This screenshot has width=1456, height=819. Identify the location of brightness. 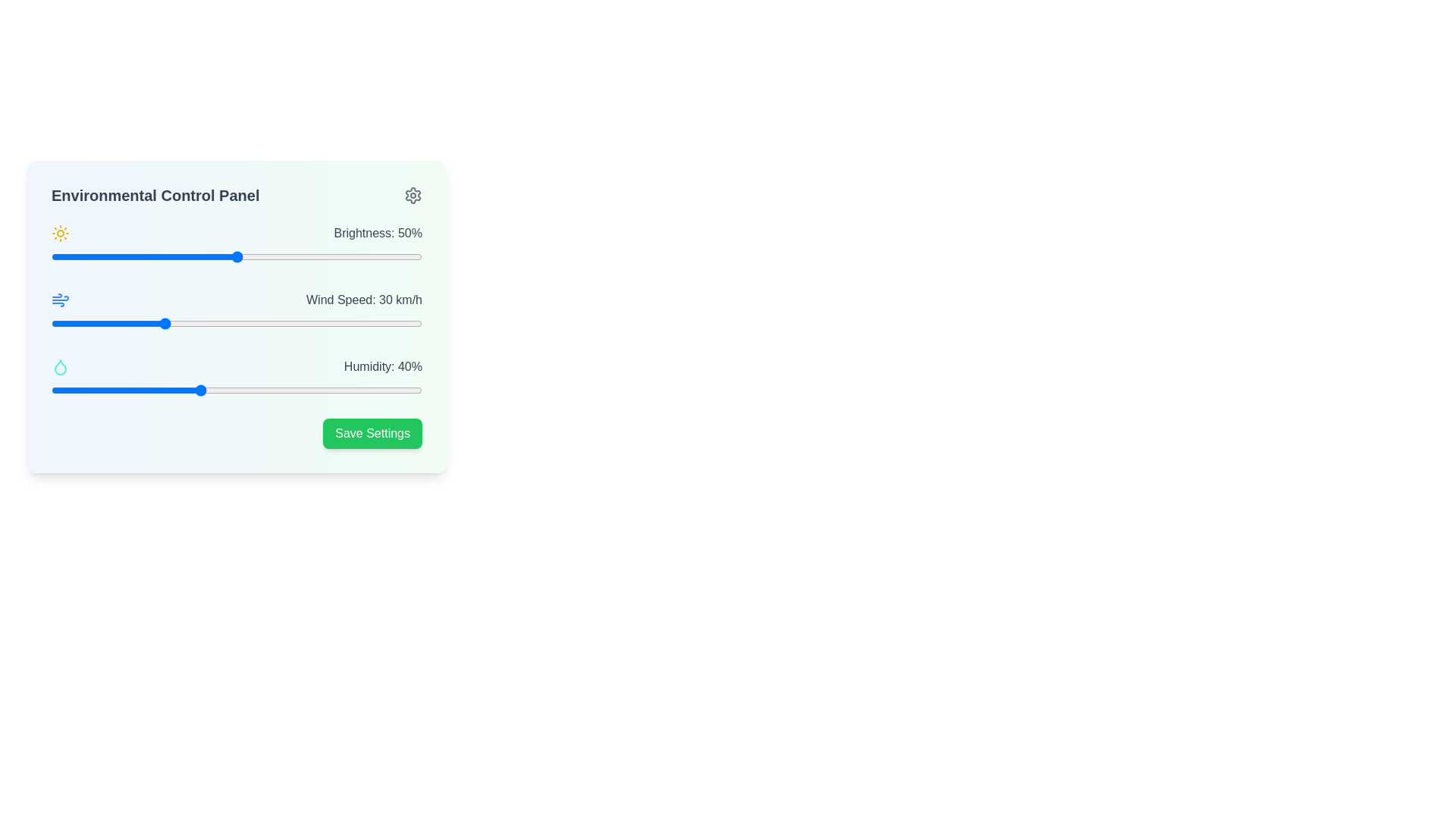
(121, 256).